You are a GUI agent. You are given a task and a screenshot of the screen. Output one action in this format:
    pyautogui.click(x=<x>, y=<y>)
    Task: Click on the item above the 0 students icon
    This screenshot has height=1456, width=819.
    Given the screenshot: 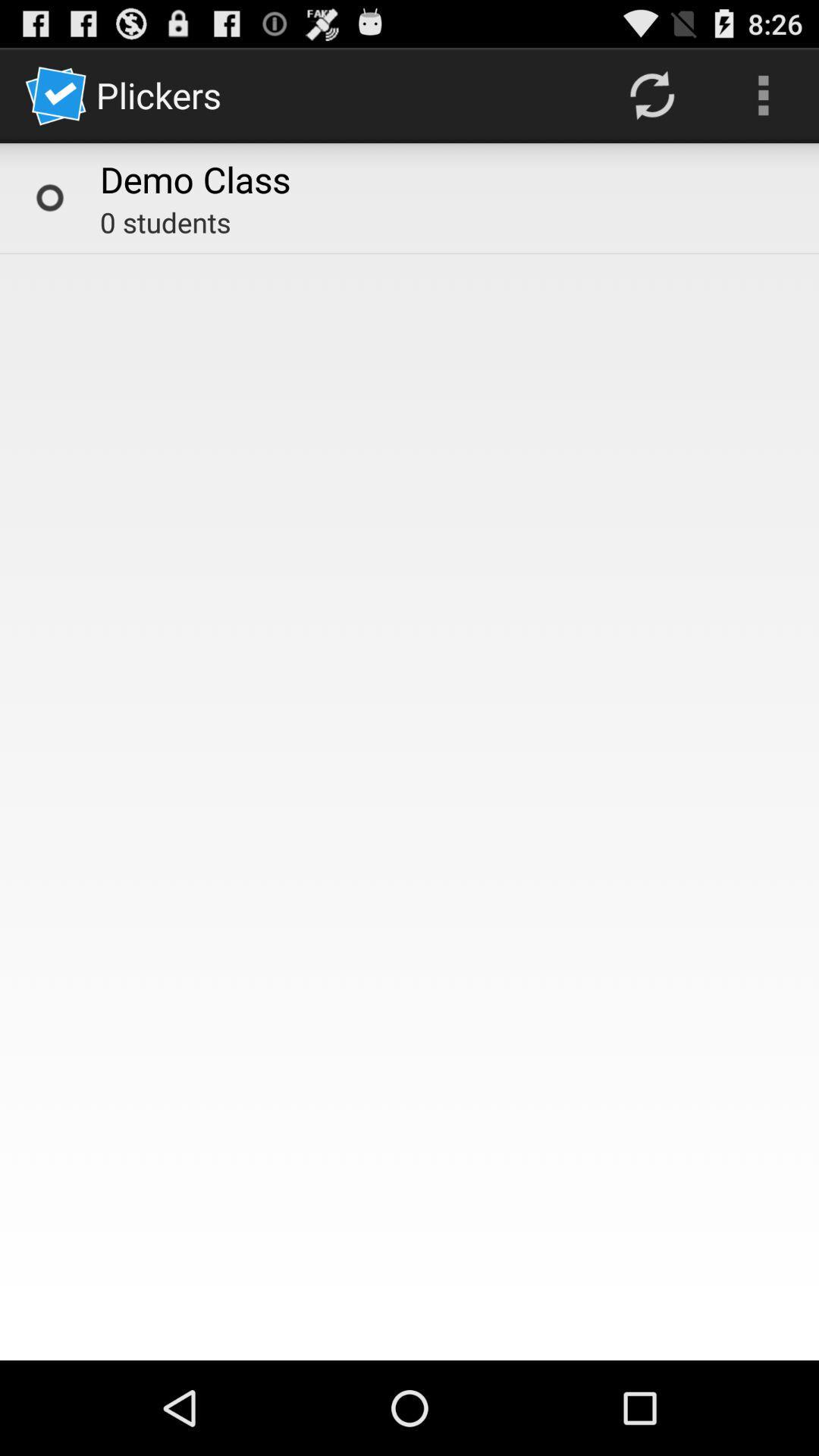 What is the action you would take?
    pyautogui.click(x=194, y=179)
    